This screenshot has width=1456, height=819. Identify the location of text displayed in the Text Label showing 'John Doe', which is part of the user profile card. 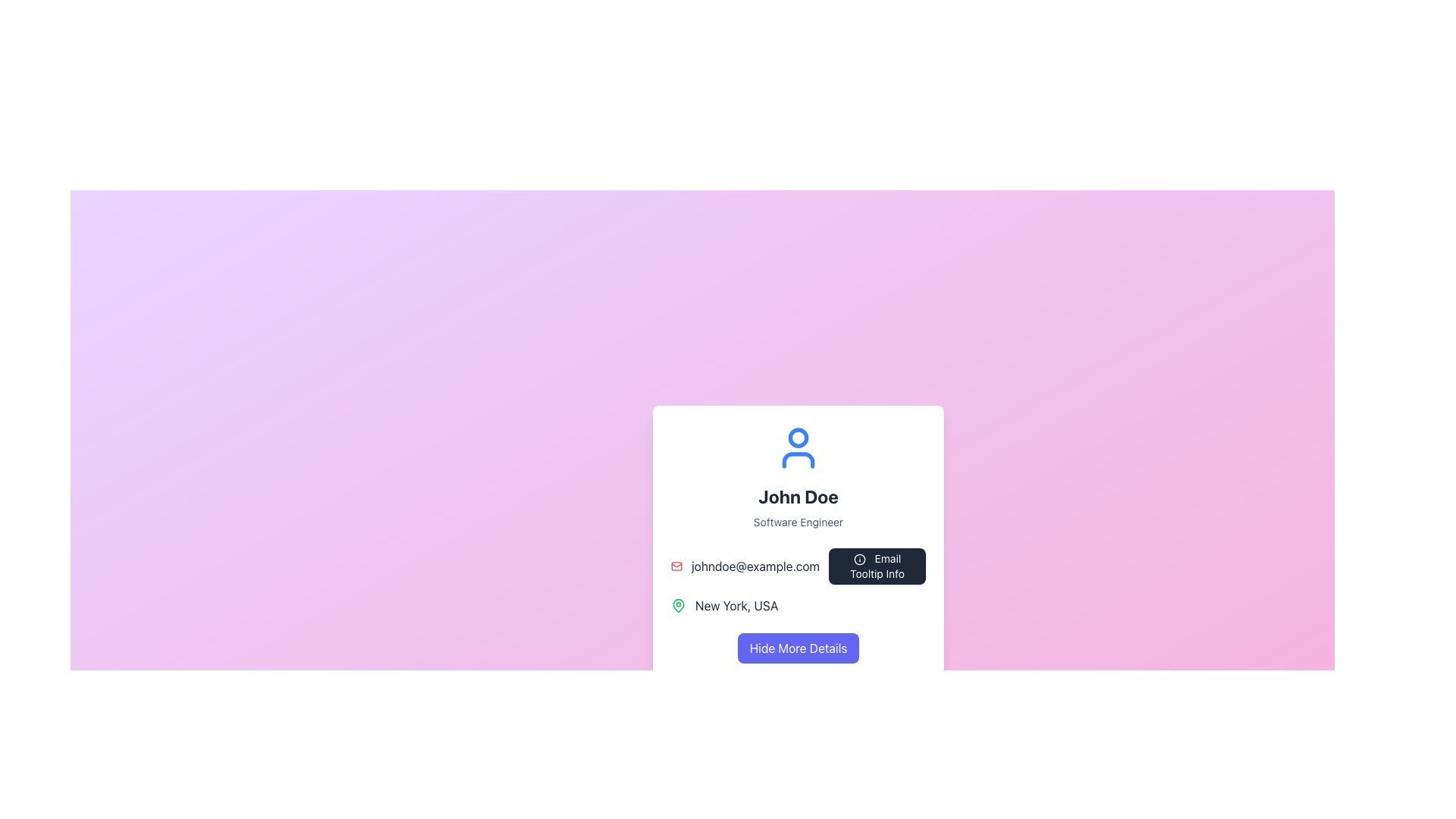
(797, 497).